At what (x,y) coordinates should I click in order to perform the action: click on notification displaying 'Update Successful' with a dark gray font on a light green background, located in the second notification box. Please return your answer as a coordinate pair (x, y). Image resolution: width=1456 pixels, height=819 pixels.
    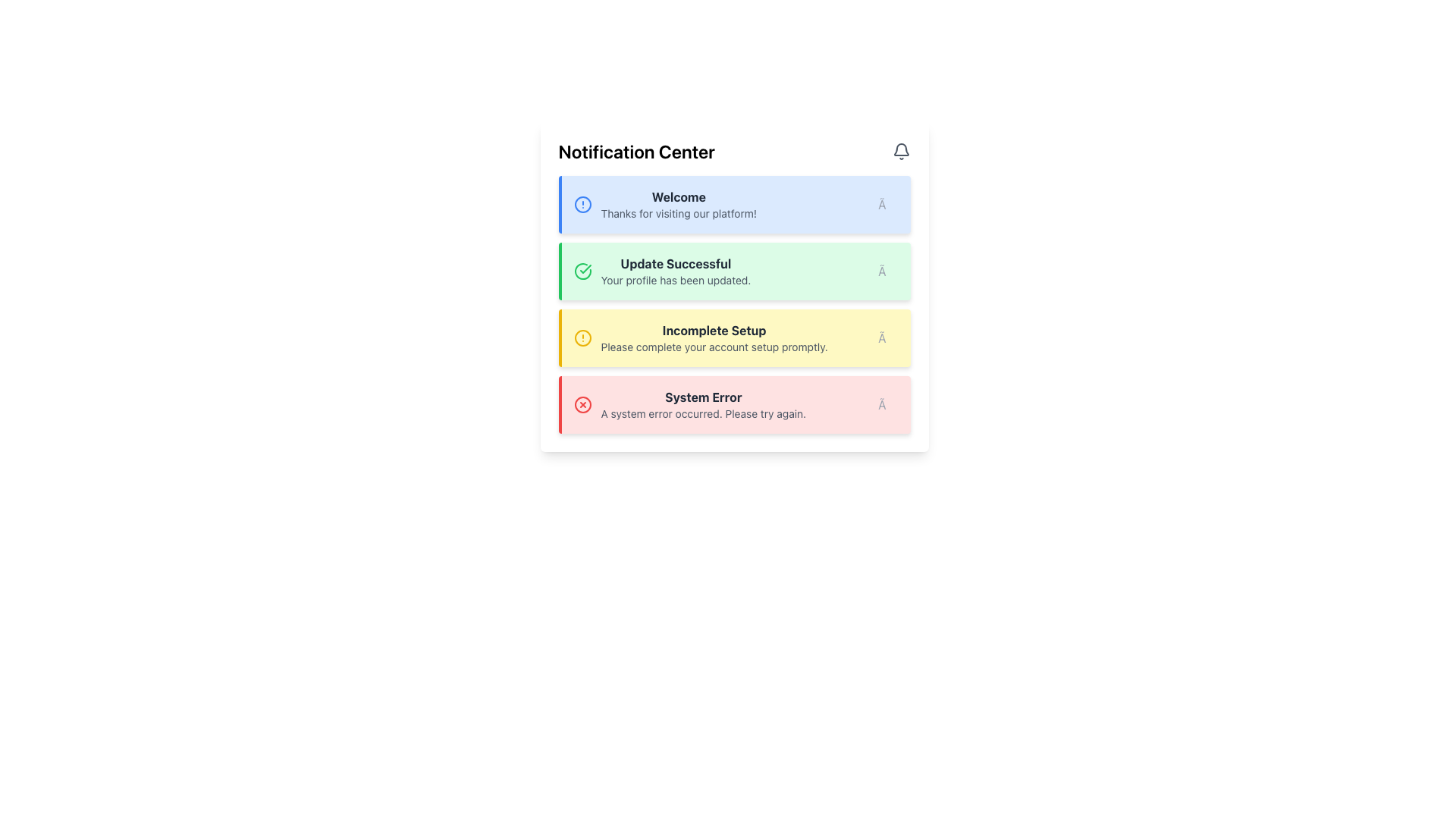
    Looking at the image, I should click on (675, 271).